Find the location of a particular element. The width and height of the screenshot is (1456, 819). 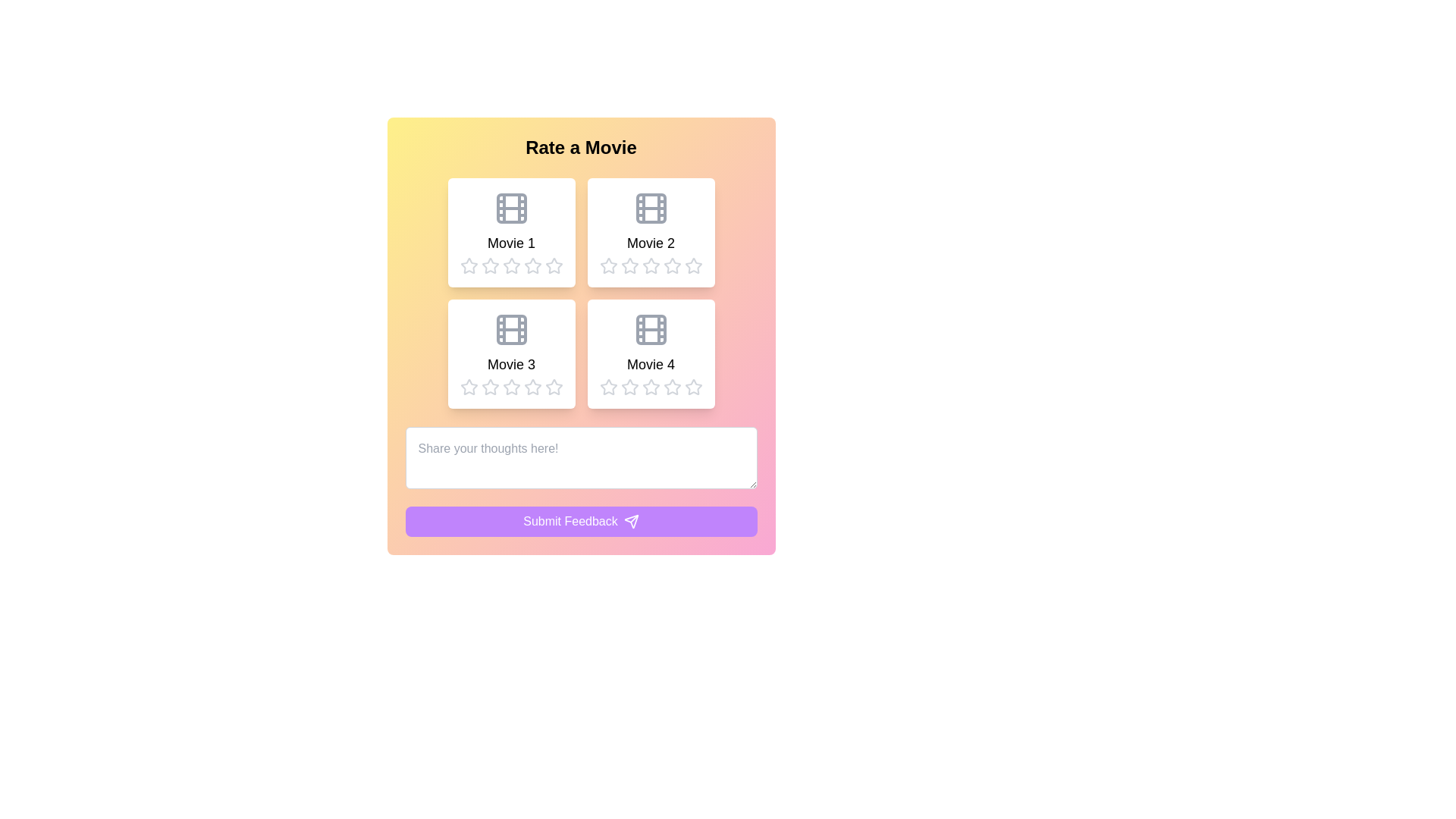

the fourth rating star icon for 'Movie 4' is located at coordinates (651, 385).